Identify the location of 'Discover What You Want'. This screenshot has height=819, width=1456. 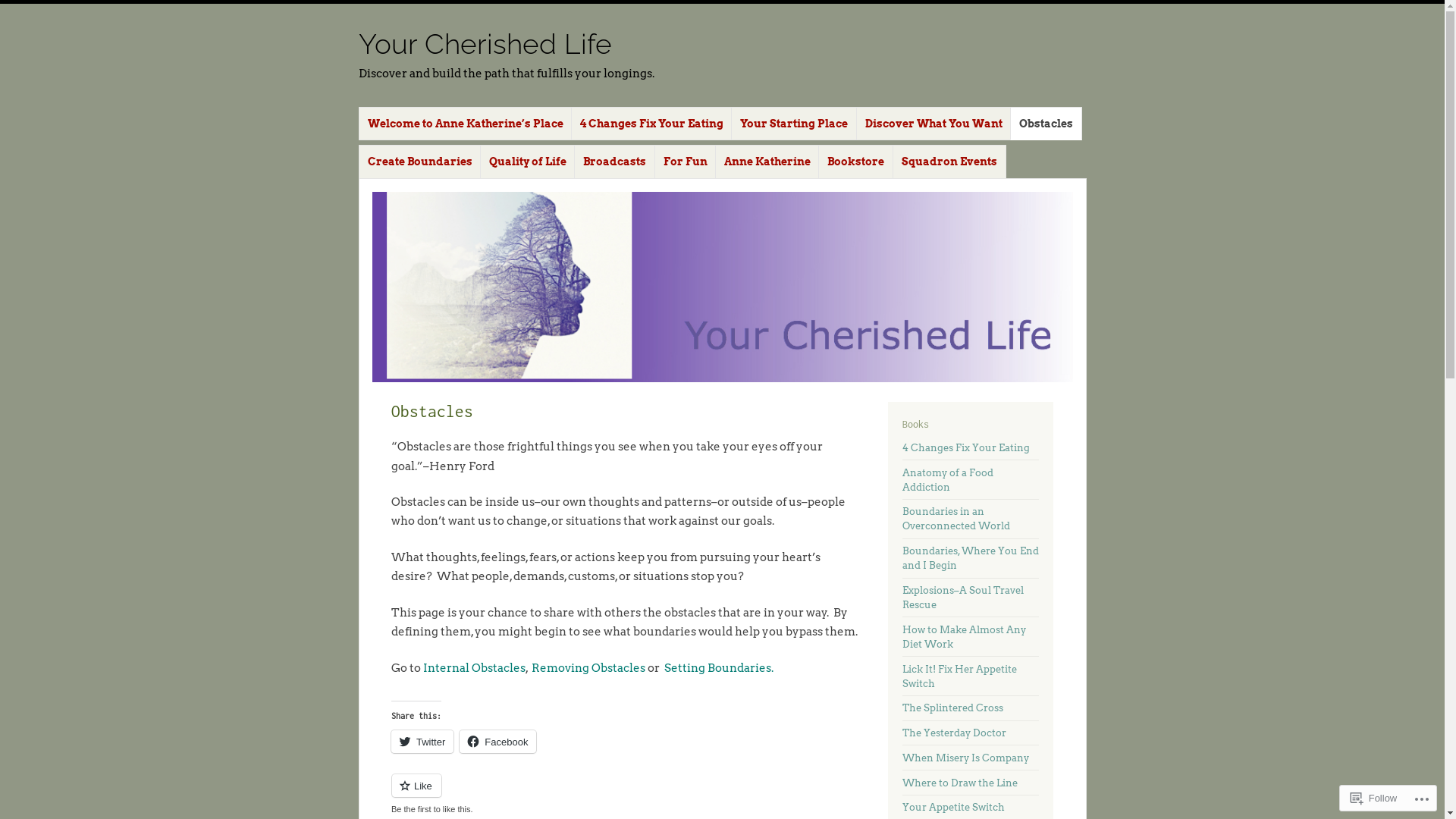
(855, 123).